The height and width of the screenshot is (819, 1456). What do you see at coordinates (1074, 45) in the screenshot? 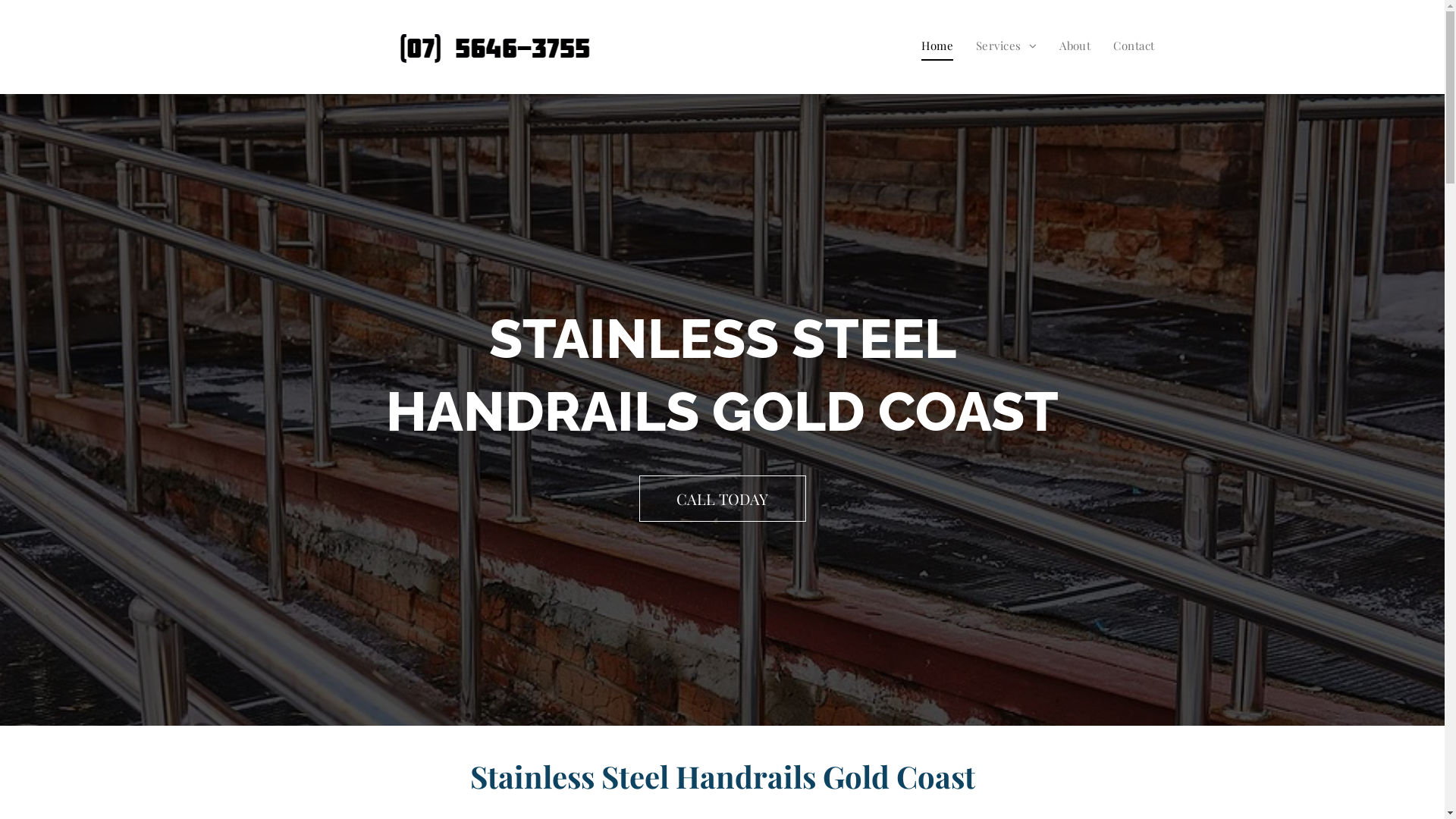
I see `'About'` at bounding box center [1074, 45].